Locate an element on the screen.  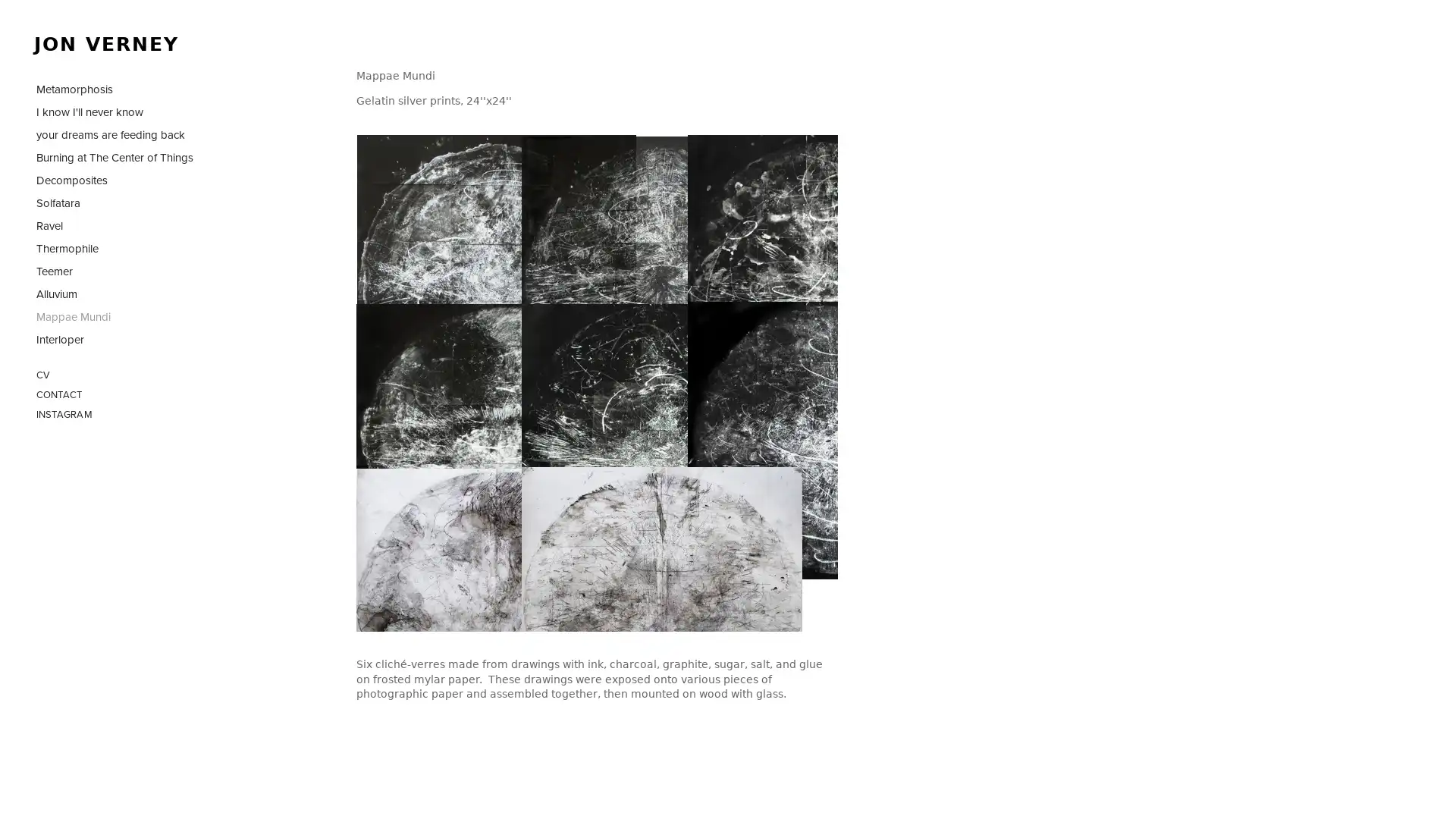
View fullsize DSC_0635.jpg is located at coordinates (761, 209).